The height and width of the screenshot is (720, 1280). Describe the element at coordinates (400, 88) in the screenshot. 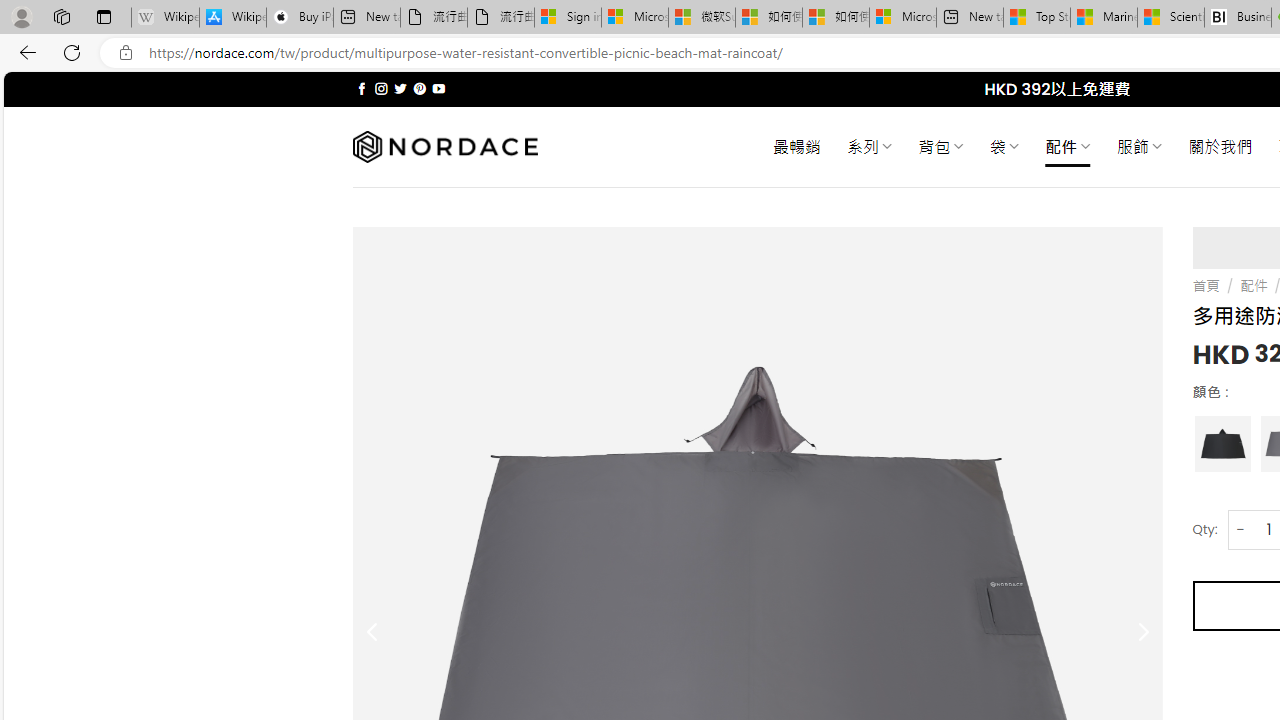

I see `'Follow on Twitter'` at that location.